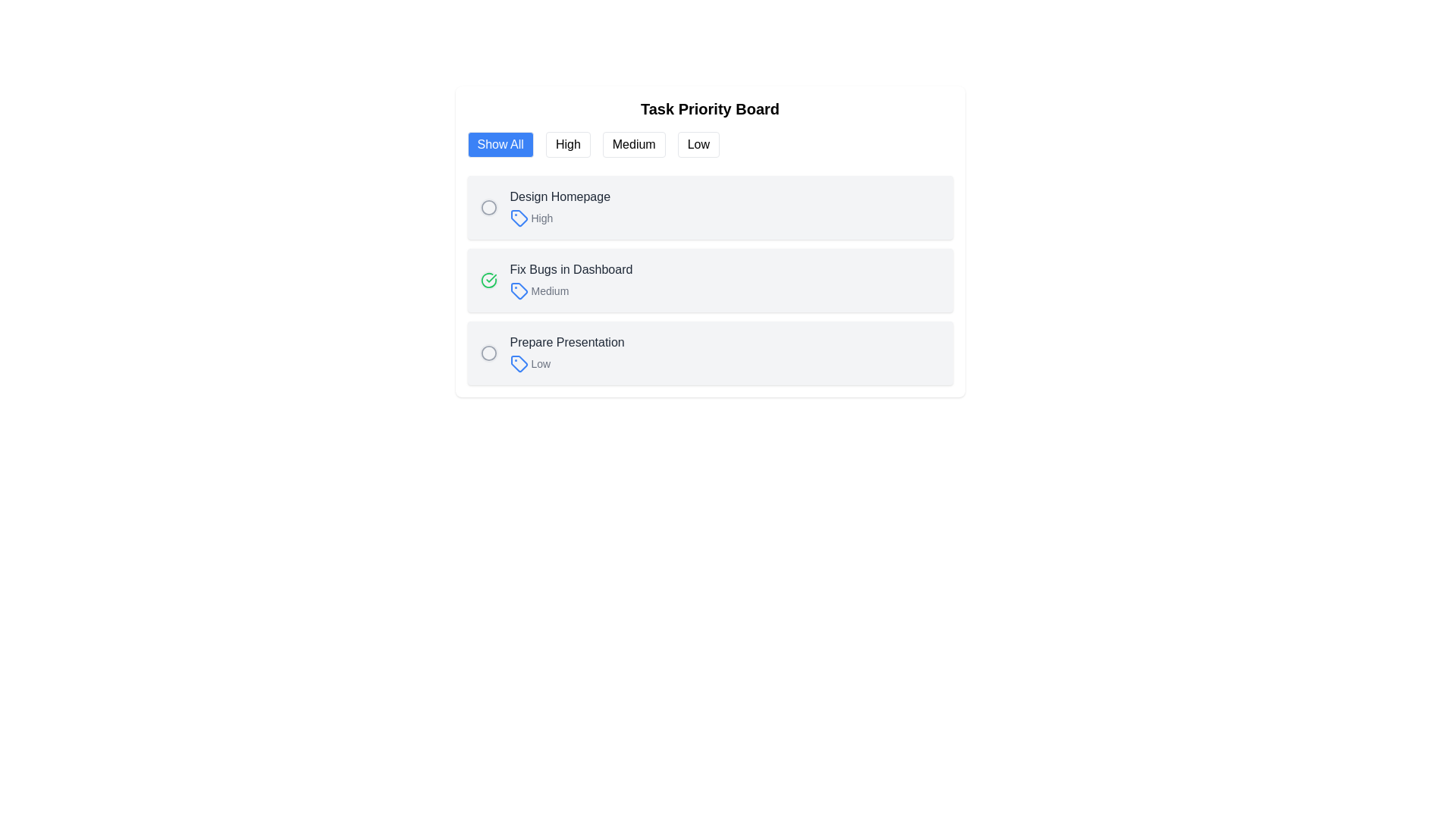 The height and width of the screenshot is (819, 1456). Describe the element at coordinates (570, 281) in the screenshot. I see `the text display element for the task 'Fix Bugs in Dashboard'` at that location.